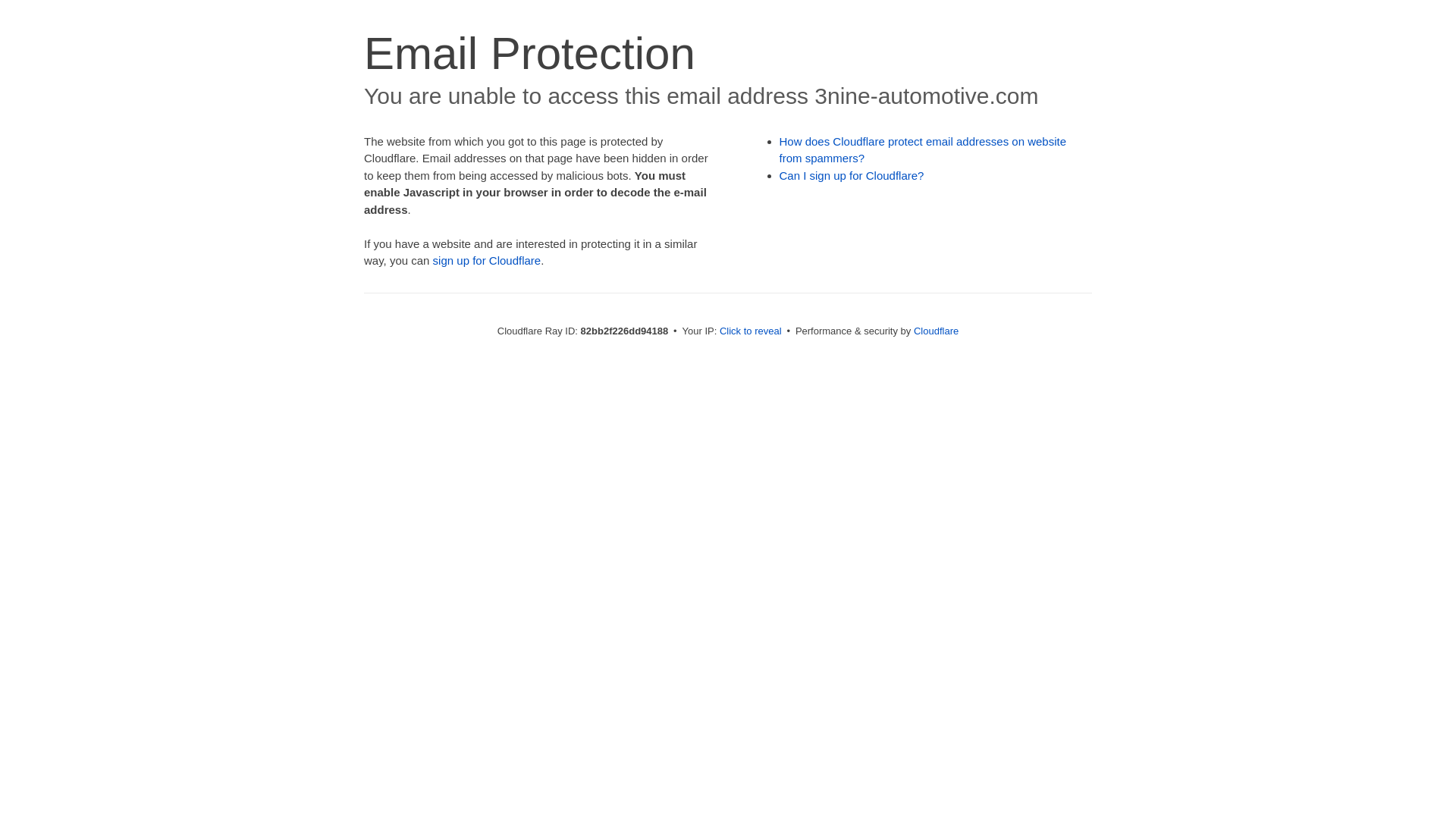 This screenshot has width=1456, height=819. I want to click on 'Click to reveal', so click(750, 330).